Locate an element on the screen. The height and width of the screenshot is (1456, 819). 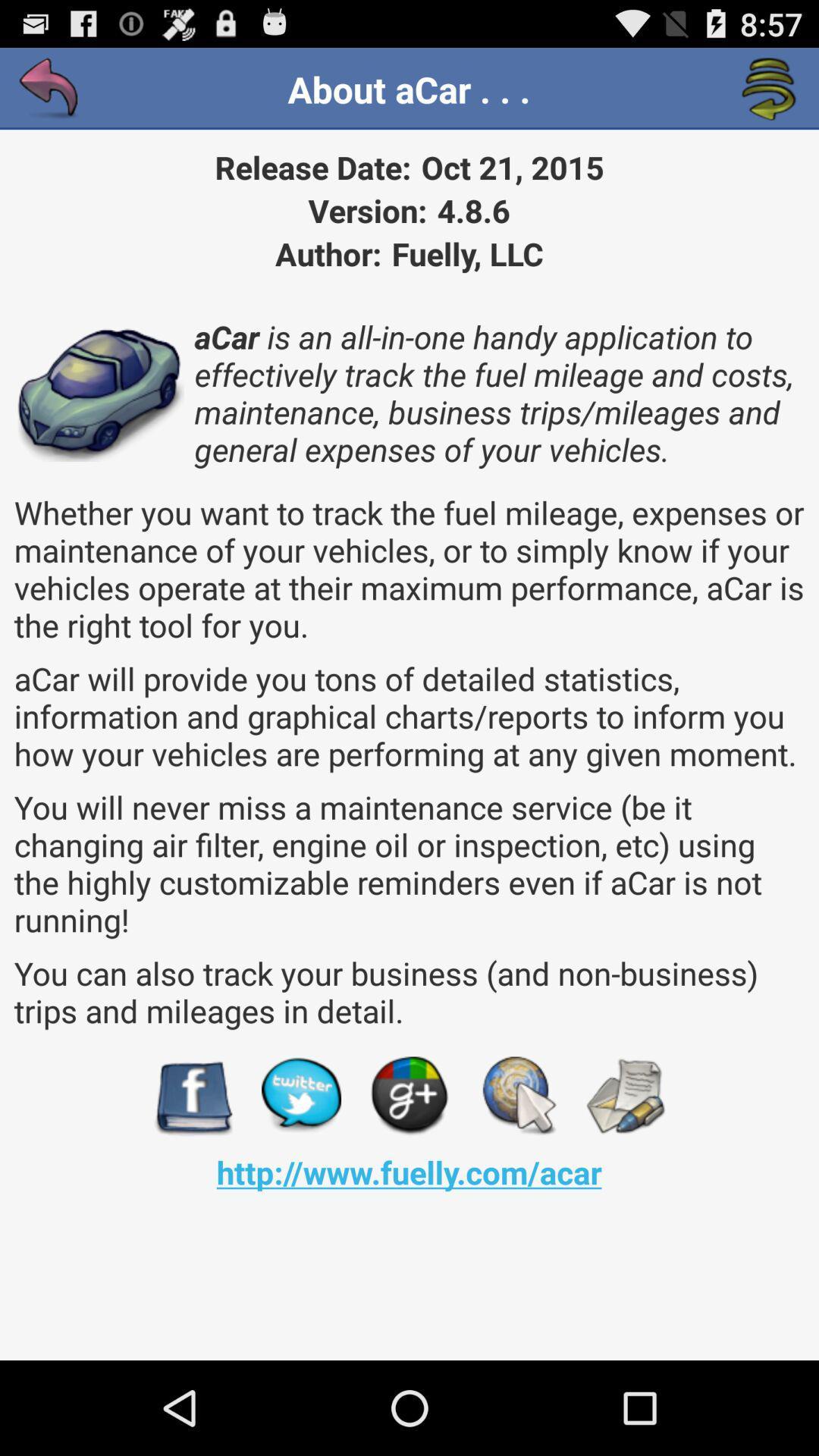
the app above http www fuelly app is located at coordinates (626, 1096).